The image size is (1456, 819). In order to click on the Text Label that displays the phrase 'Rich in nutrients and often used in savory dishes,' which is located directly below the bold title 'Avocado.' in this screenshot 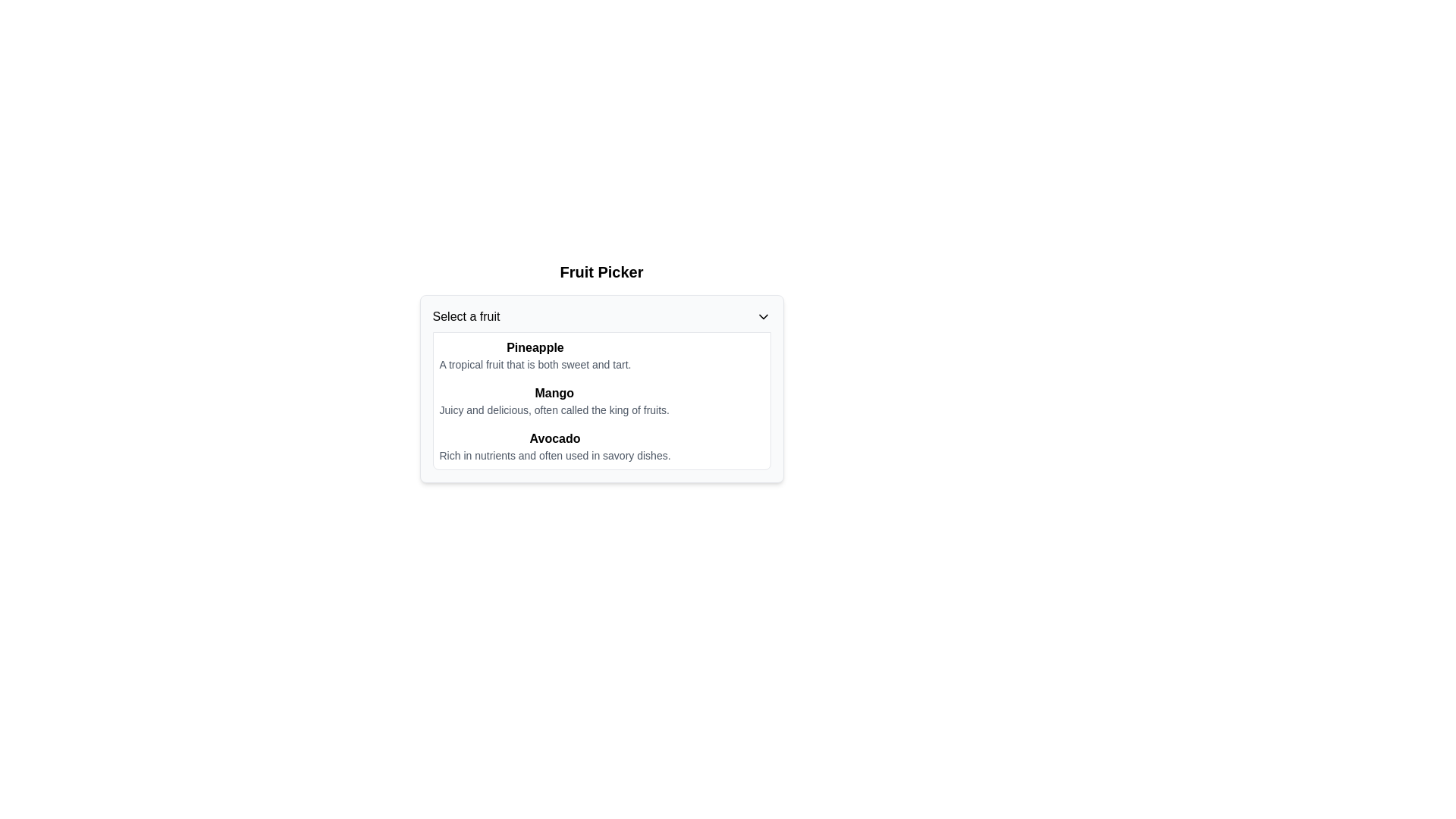, I will do `click(554, 455)`.